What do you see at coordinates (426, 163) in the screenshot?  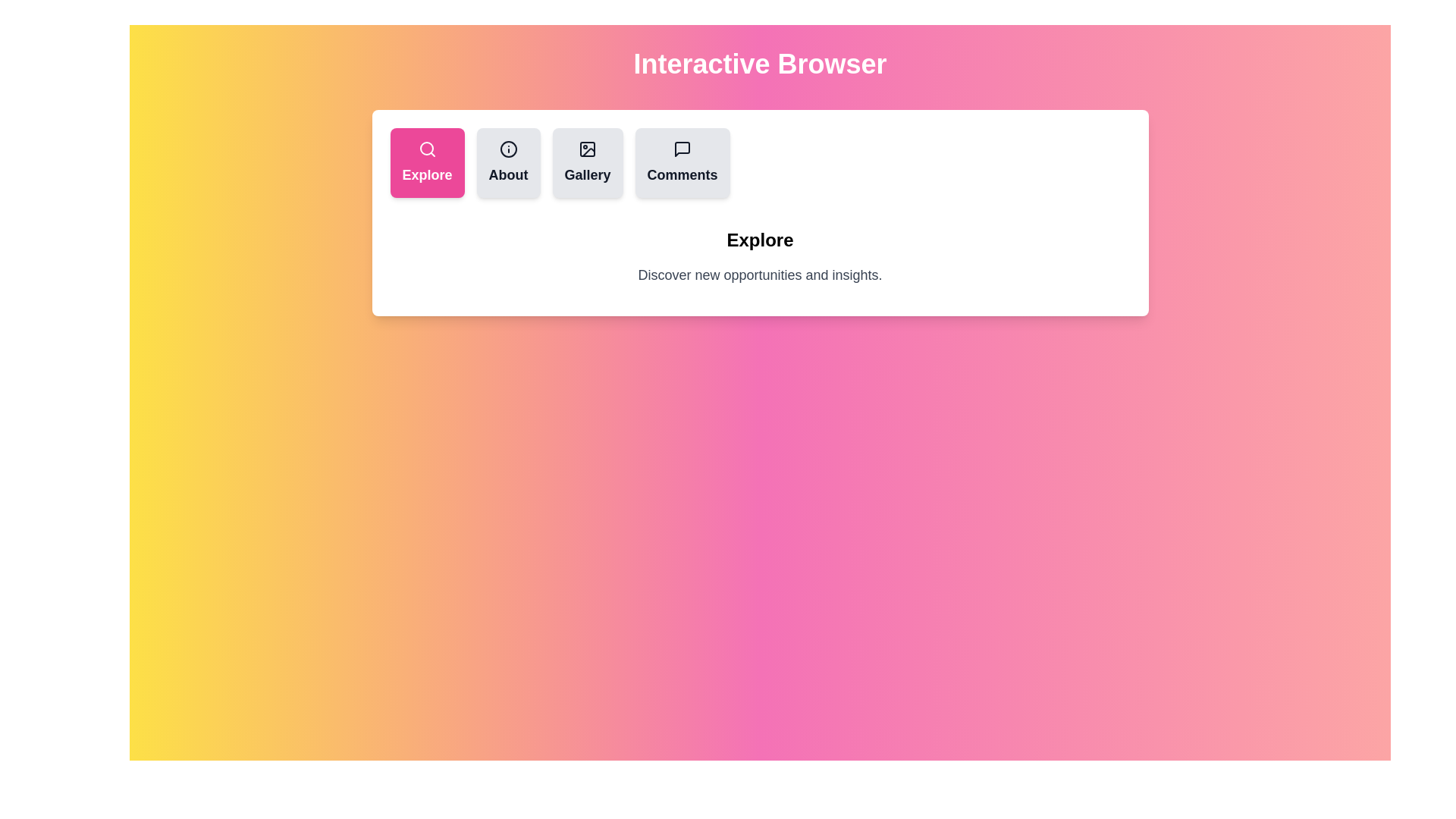 I see `the tab labeled Explore by clicking its button` at bounding box center [426, 163].